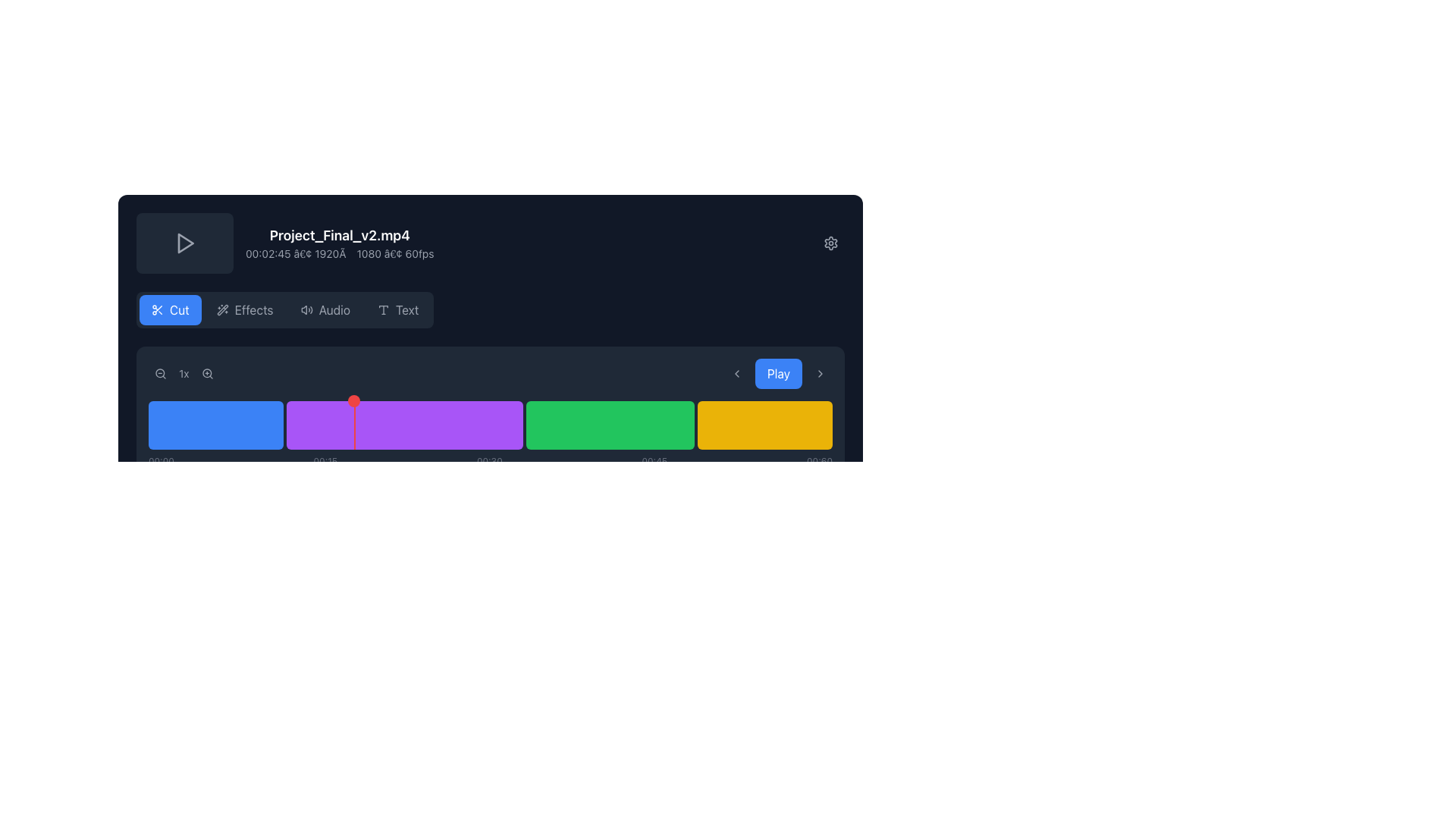 The image size is (1456, 819). What do you see at coordinates (254, 309) in the screenshot?
I see `the 'Effects' button located in the top horizontal bar of the interface to observe its hover effect, which changes the text color from gray to white` at bounding box center [254, 309].